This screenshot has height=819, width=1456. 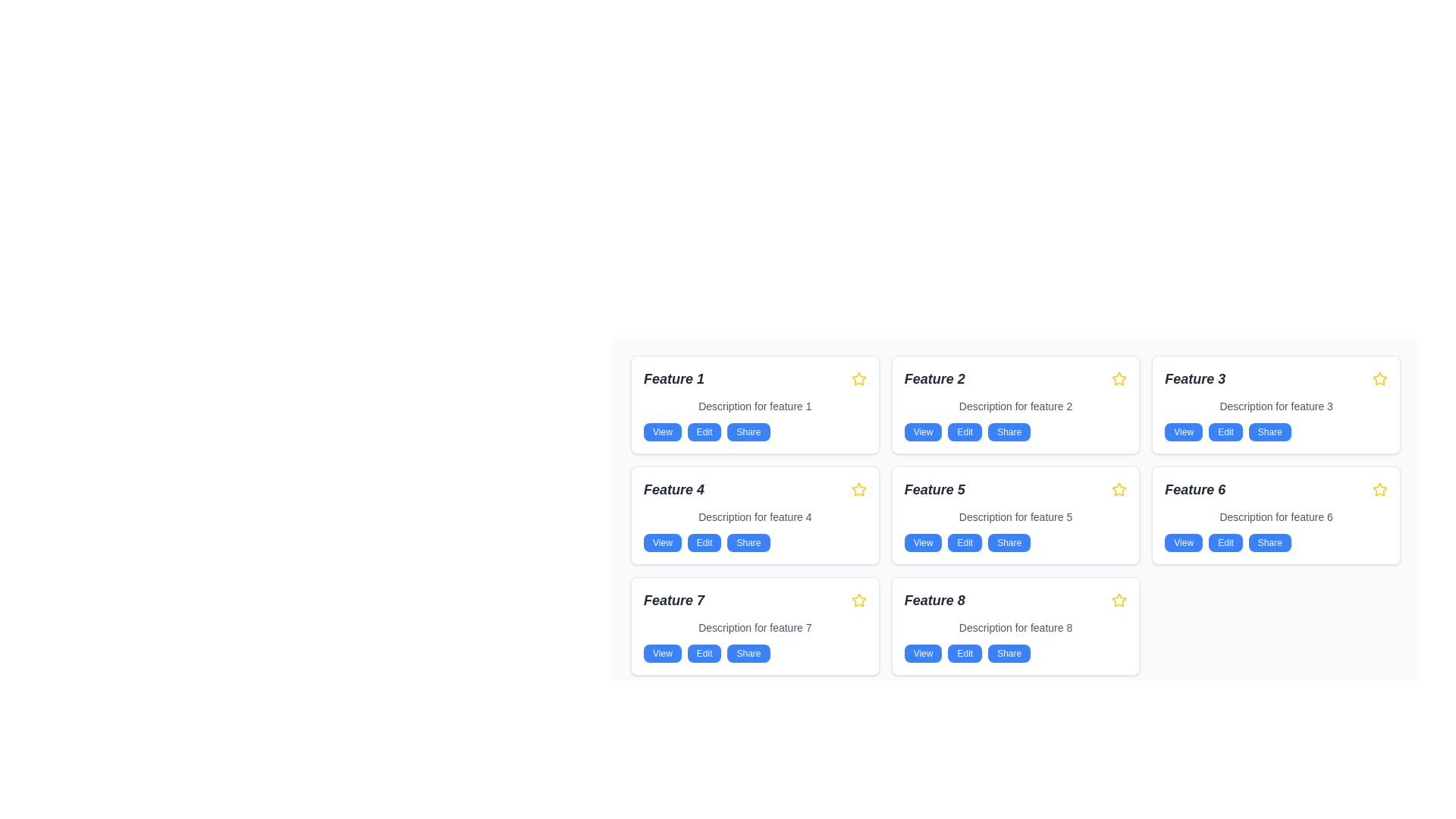 I want to click on the 'Edit' button located under the 'Feature 6' section, so click(x=1225, y=542).